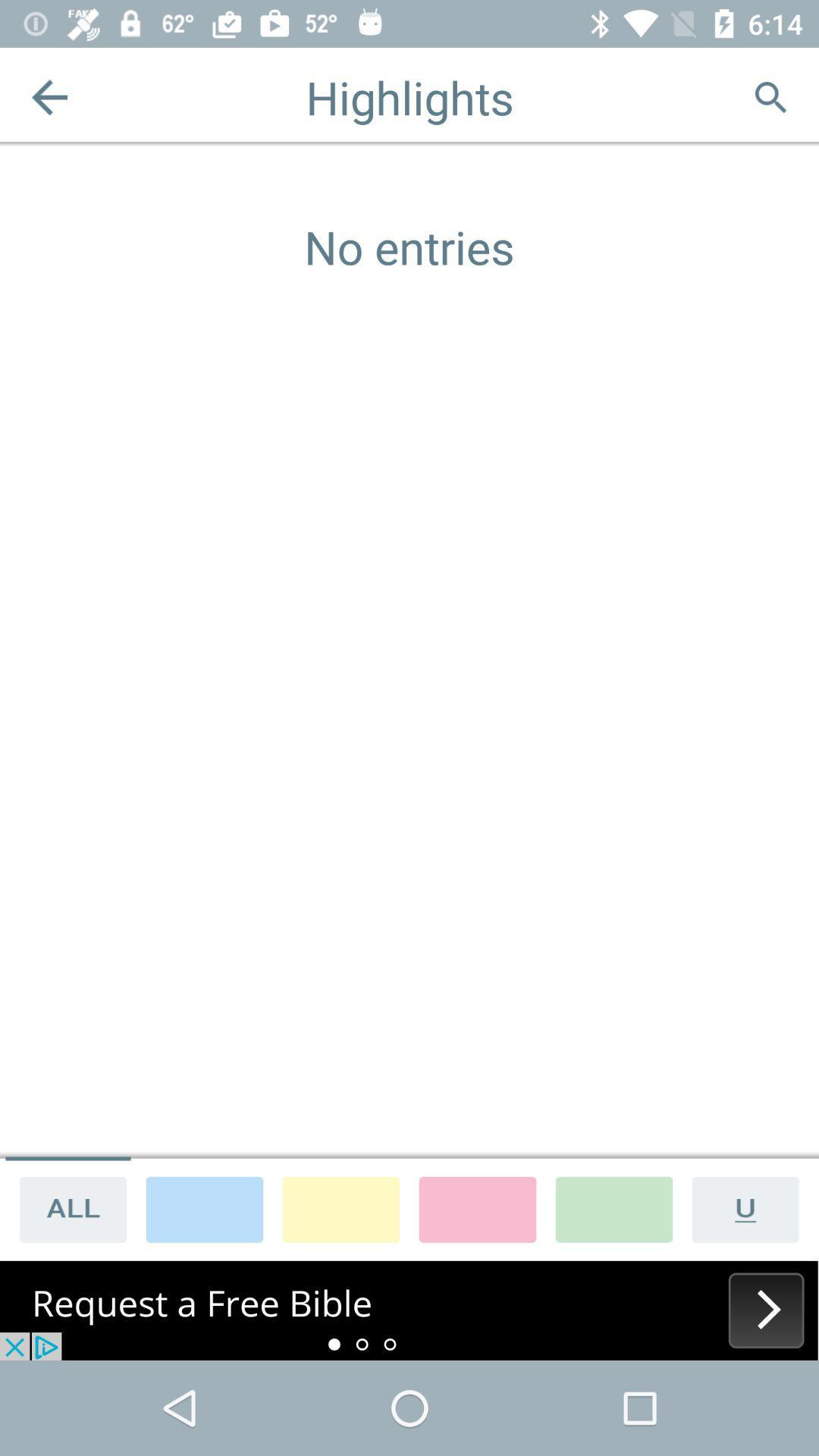  I want to click on the search icon, so click(770, 96).